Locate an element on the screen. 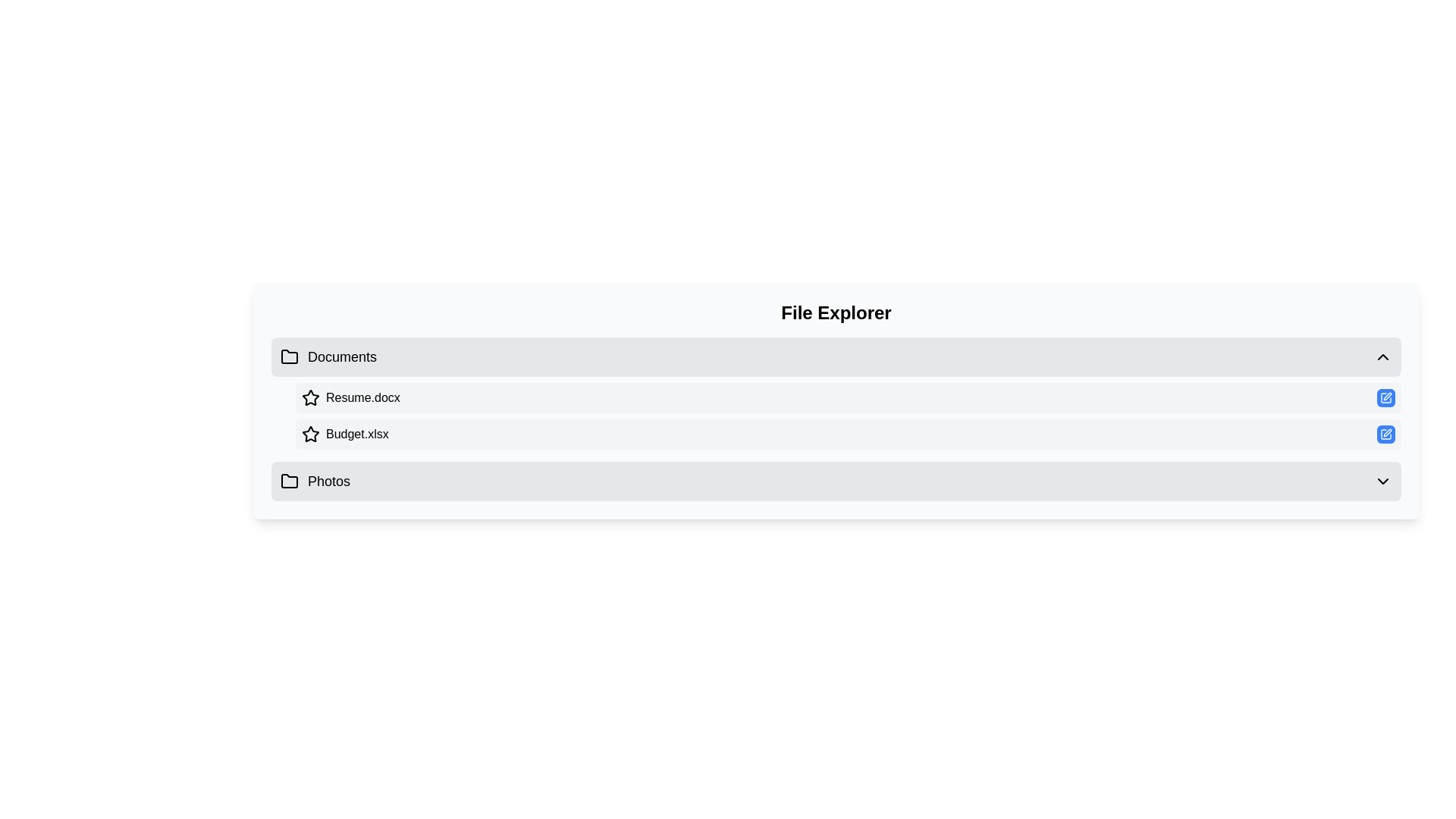  the 'Budget.xlsx' file entry, which is represented by a star-shaped icon followed by the text in a black, sans-serif font is located at coordinates (344, 435).